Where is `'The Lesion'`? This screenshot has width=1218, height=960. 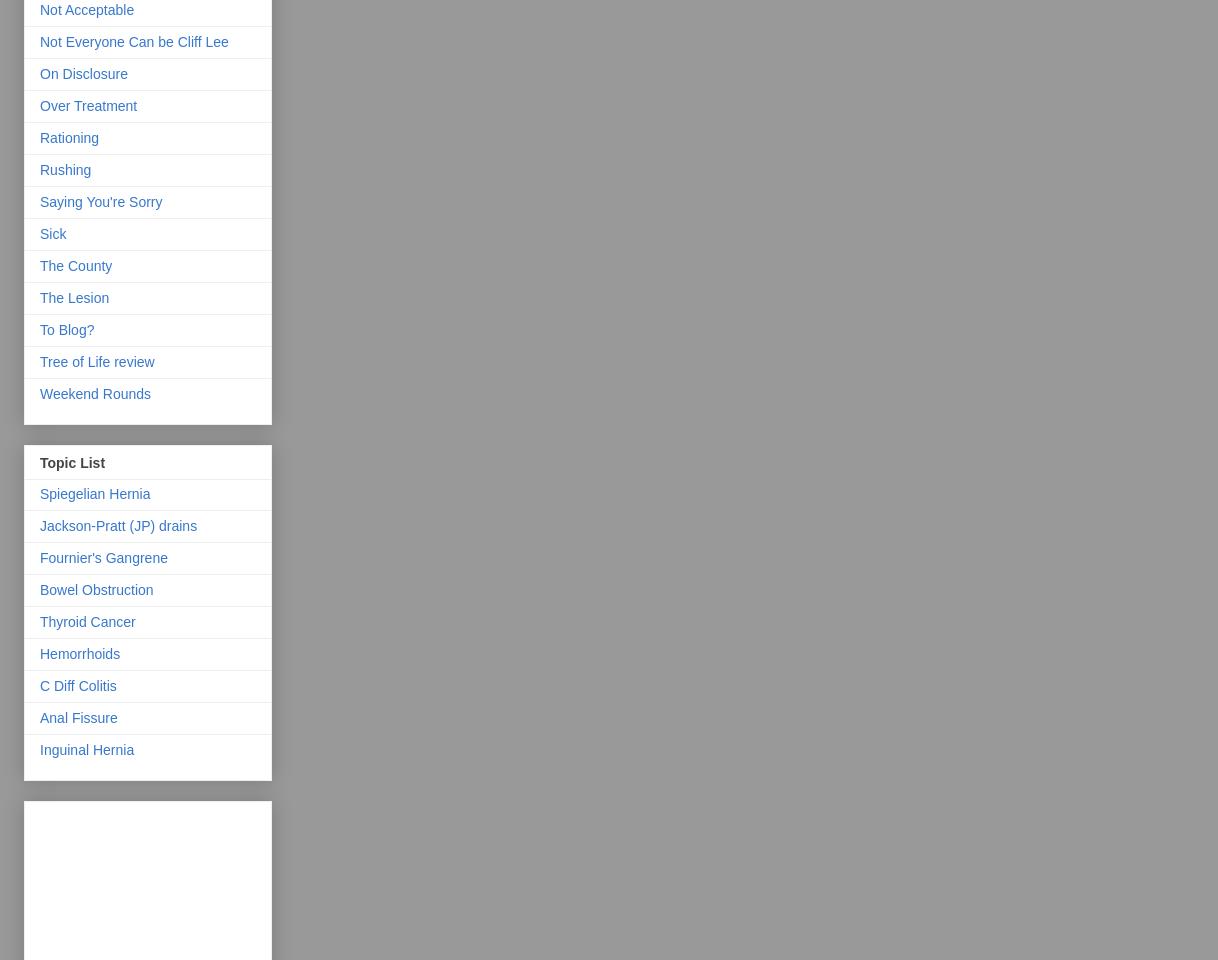 'The Lesion' is located at coordinates (39, 296).